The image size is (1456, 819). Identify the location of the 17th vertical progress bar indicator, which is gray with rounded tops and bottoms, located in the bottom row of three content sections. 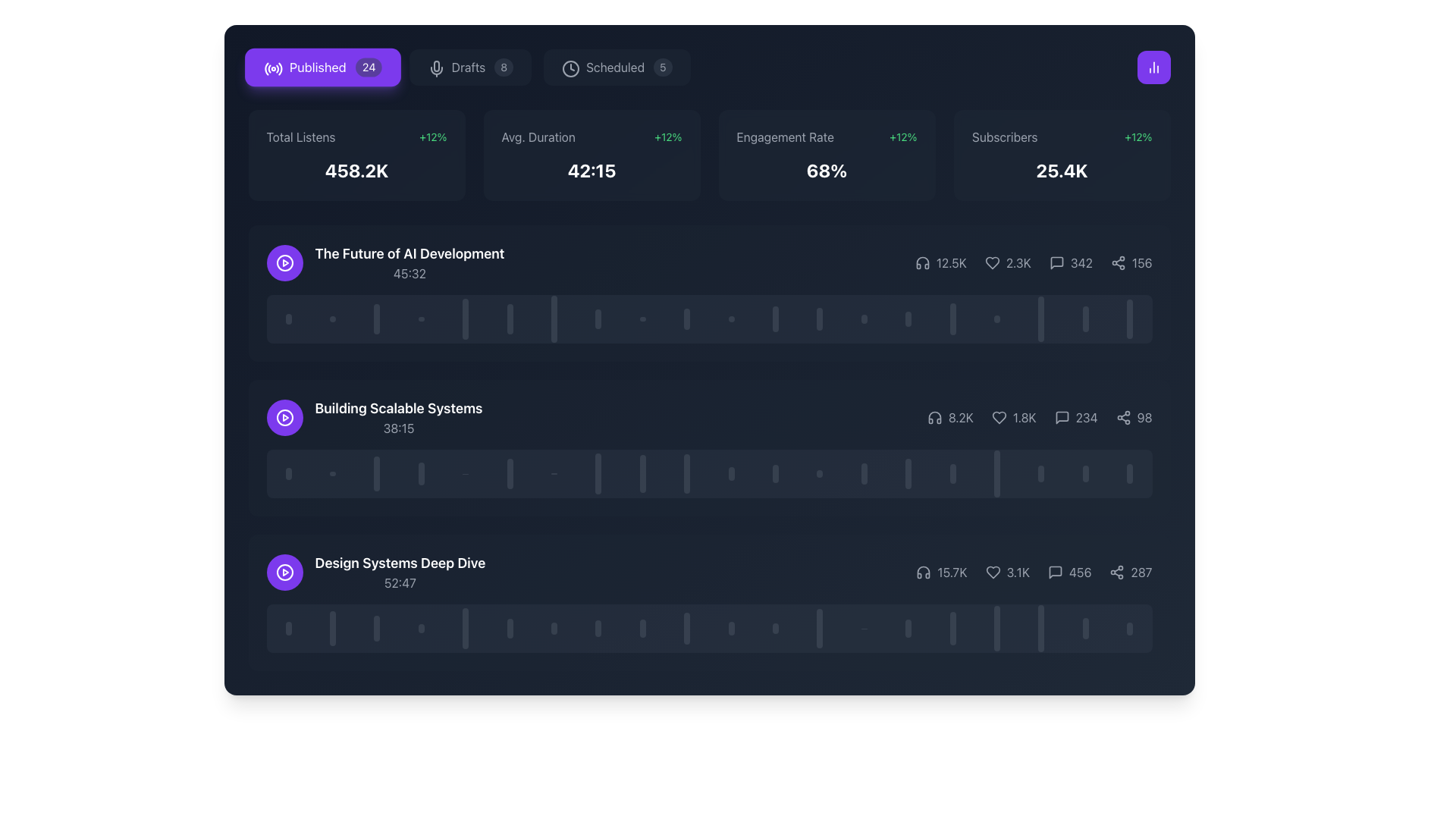
(997, 629).